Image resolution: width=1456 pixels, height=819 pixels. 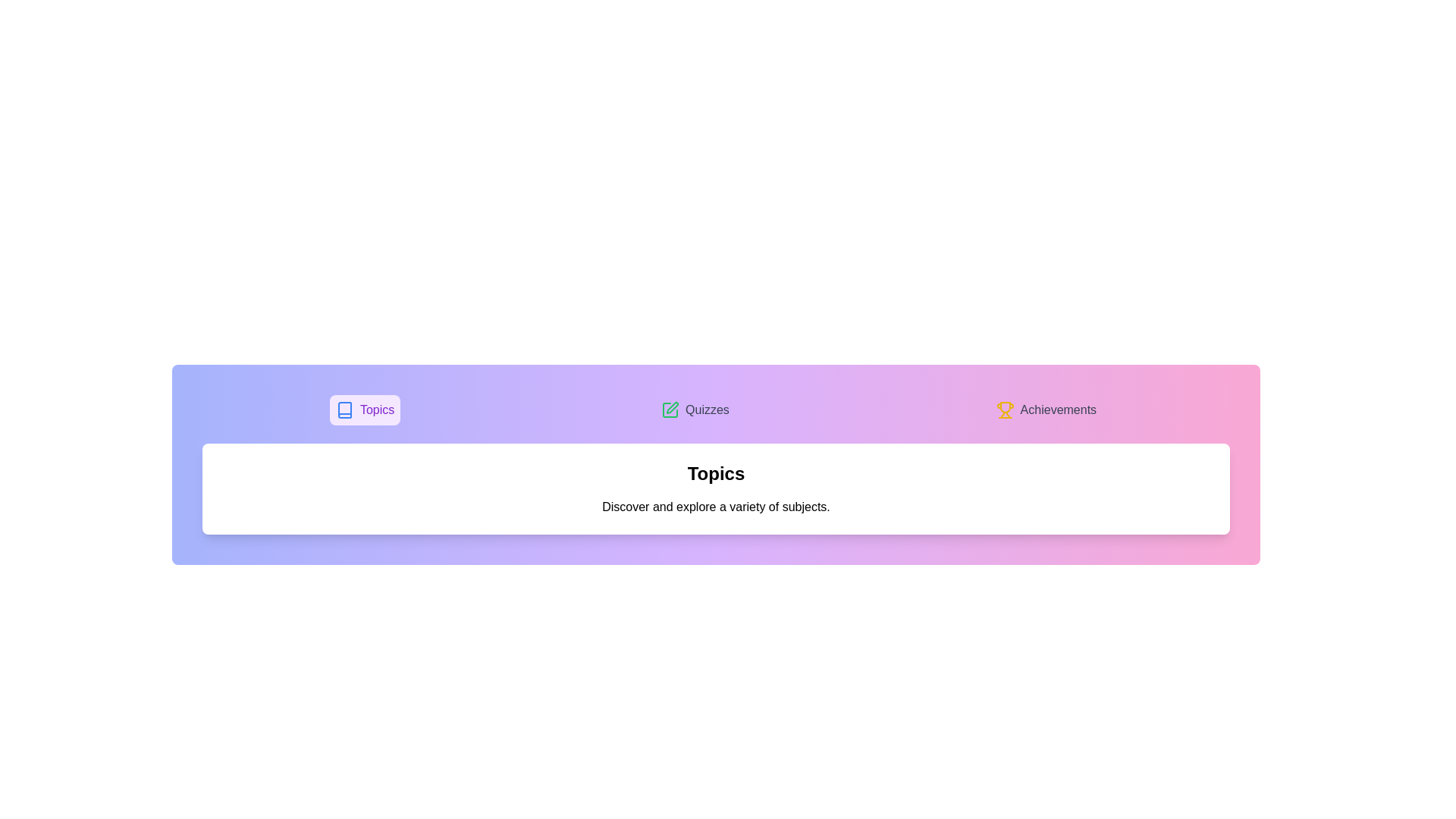 What do you see at coordinates (364, 409) in the screenshot?
I see `the tab labeled Topics to observe its hover effect` at bounding box center [364, 409].